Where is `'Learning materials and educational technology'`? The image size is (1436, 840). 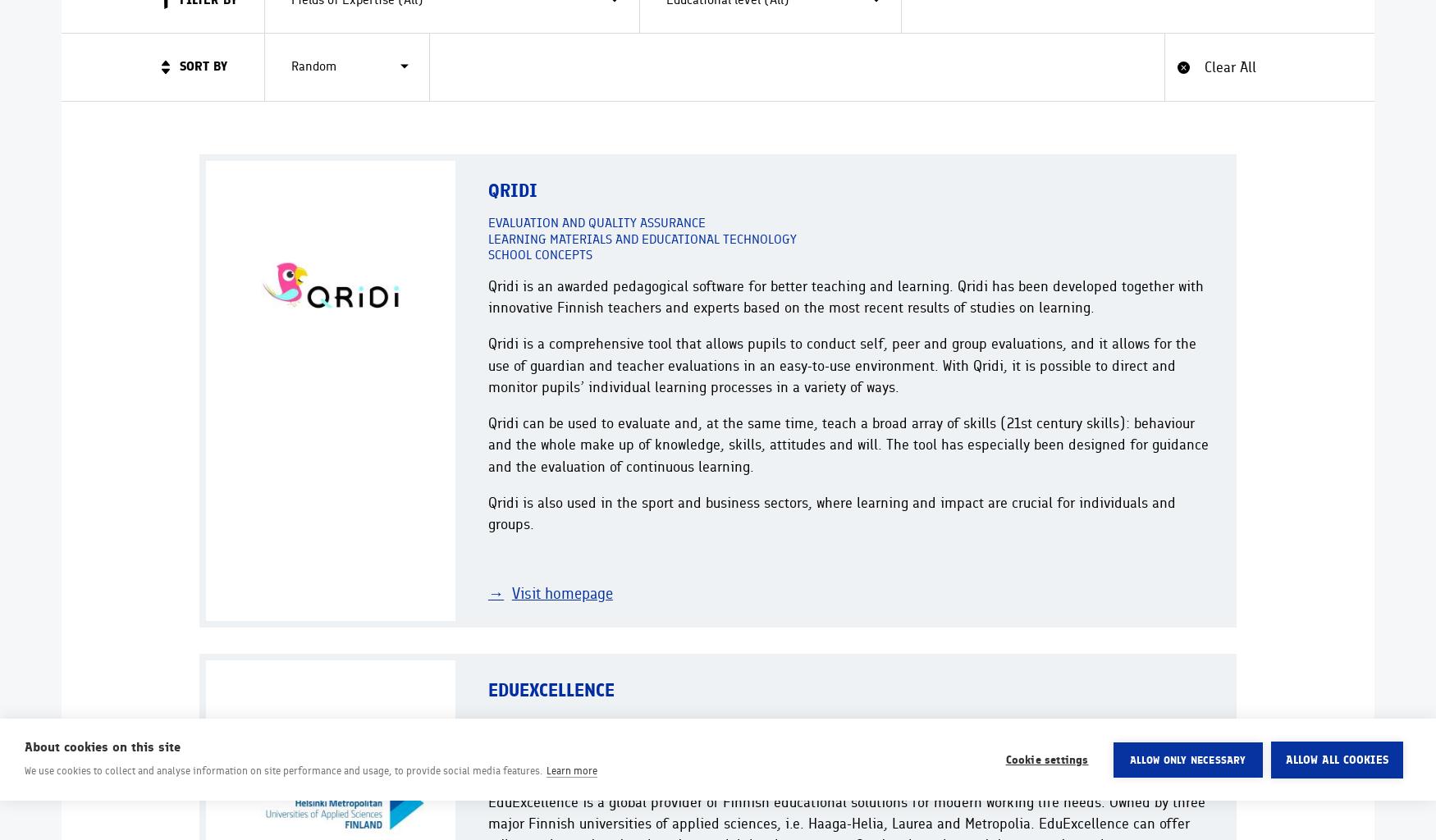 'Learning materials and educational technology' is located at coordinates (641, 238).